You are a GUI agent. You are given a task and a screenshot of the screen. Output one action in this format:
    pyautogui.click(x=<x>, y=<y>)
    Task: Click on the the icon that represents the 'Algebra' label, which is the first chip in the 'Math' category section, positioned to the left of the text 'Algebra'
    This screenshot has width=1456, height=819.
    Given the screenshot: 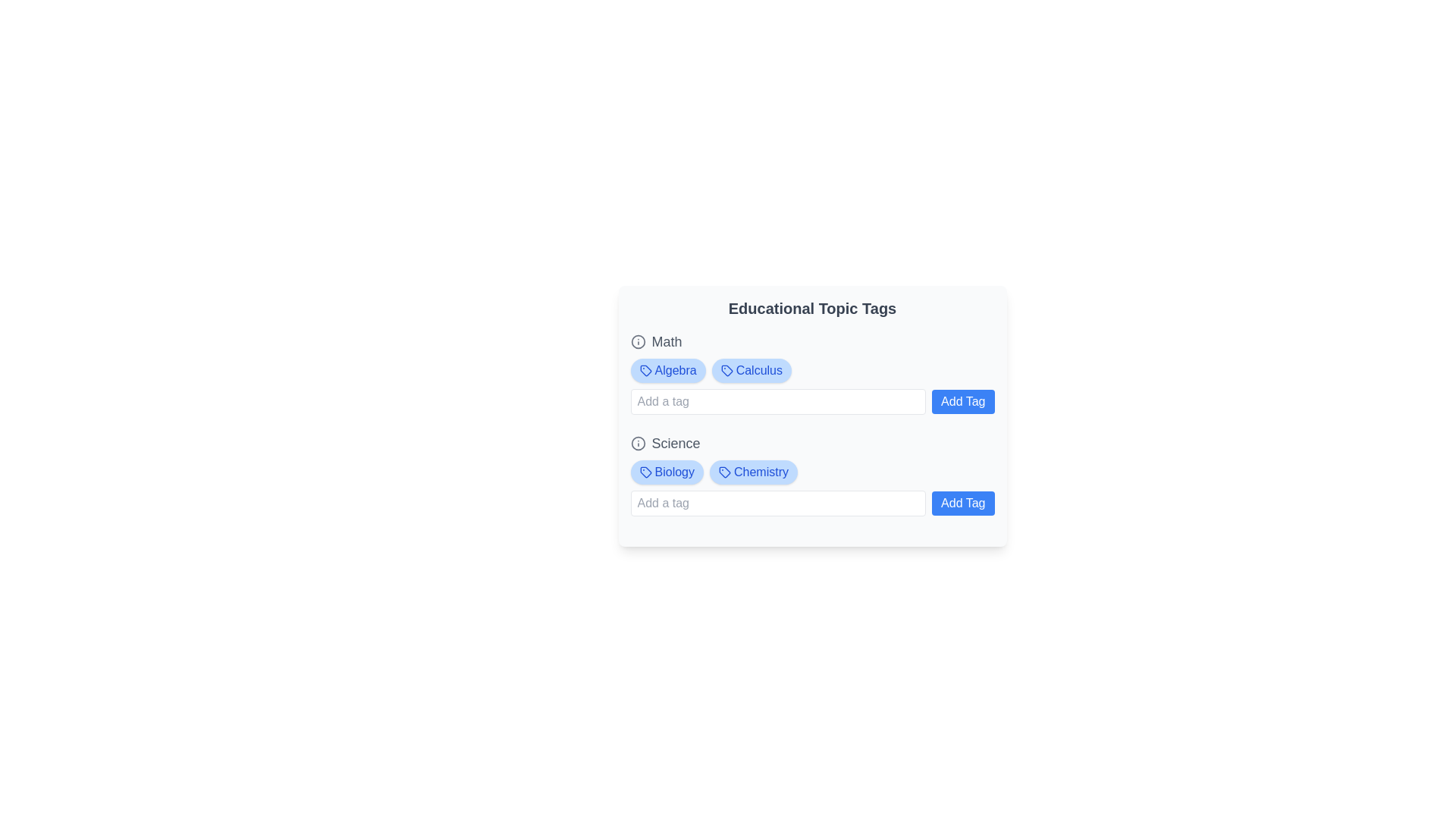 What is the action you would take?
    pyautogui.click(x=645, y=371)
    